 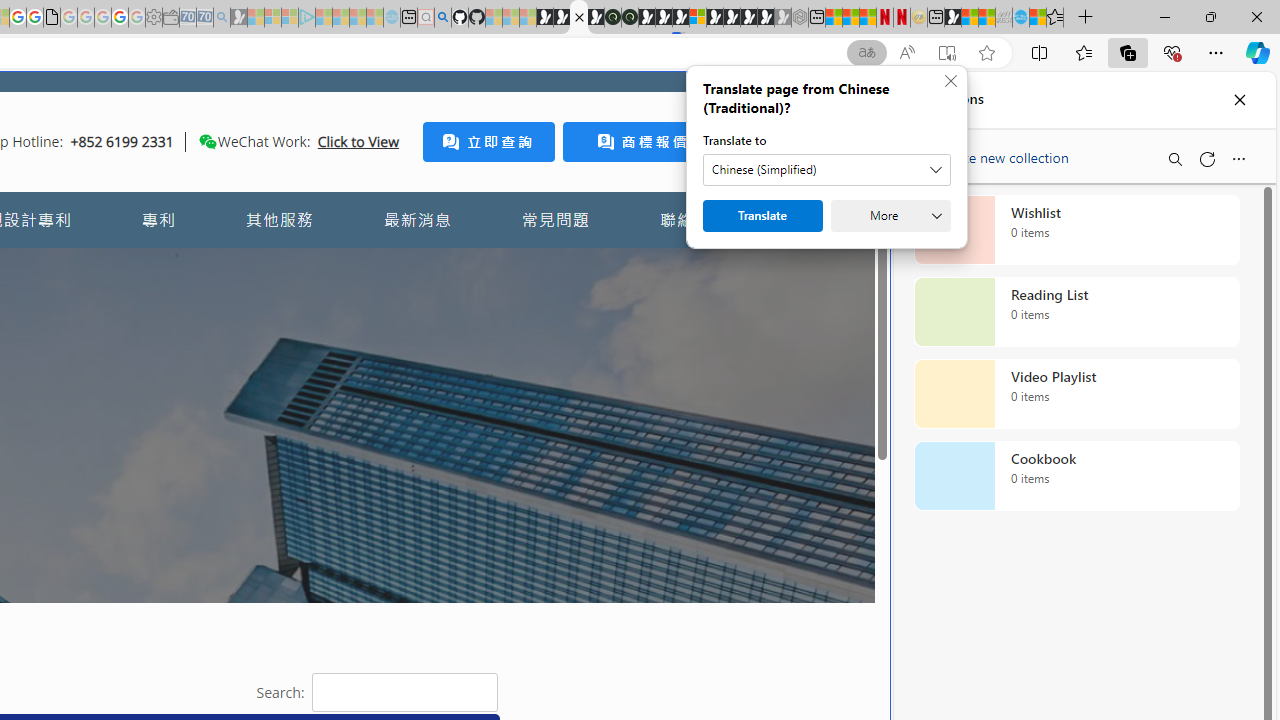 What do you see at coordinates (761, 216) in the screenshot?
I see `'Translate'` at bounding box center [761, 216].